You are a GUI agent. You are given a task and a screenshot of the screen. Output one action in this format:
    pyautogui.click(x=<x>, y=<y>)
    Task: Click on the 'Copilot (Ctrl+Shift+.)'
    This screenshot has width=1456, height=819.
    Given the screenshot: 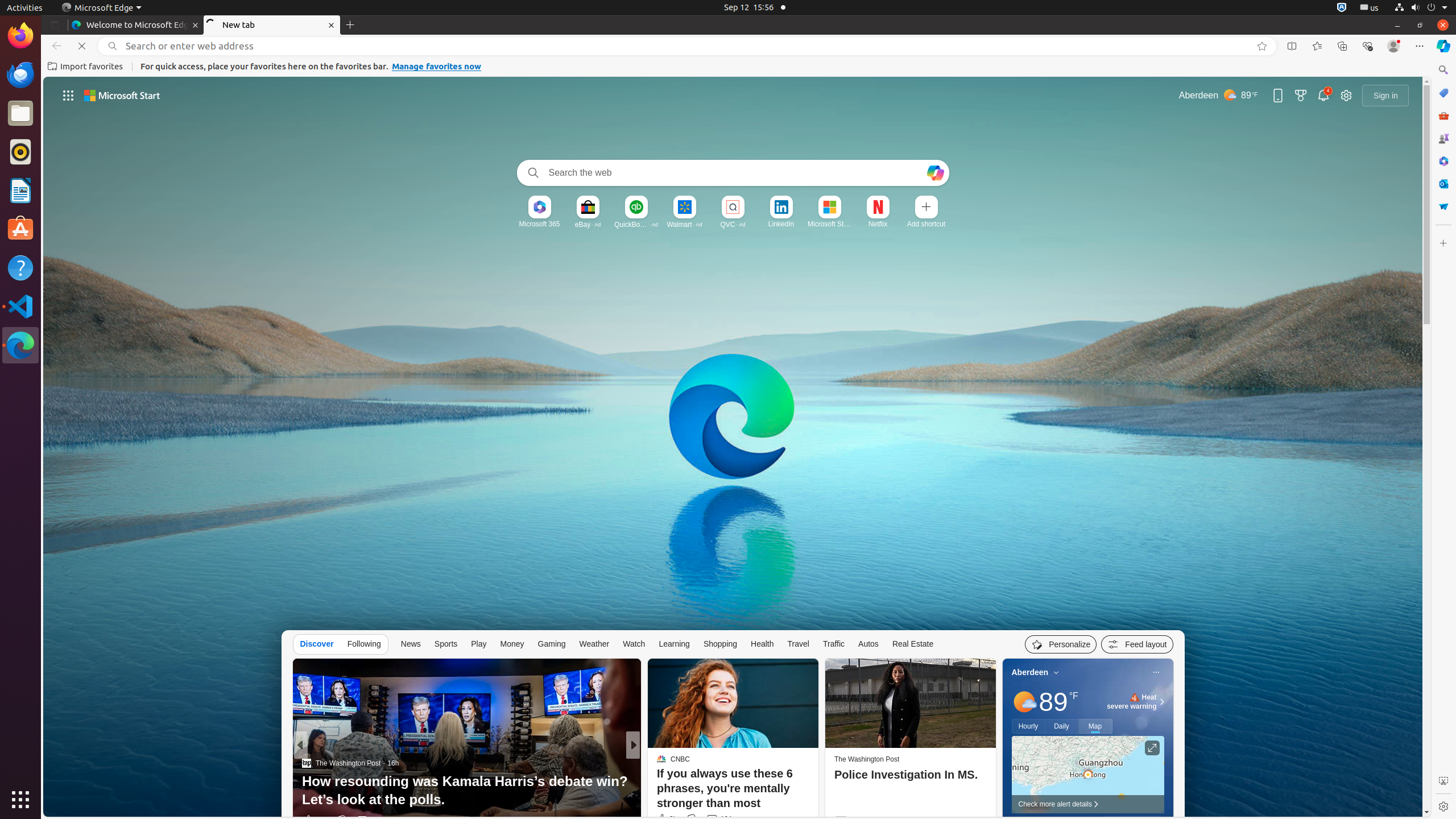 What is the action you would take?
    pyautogui.click(x=1442, y=45)
    